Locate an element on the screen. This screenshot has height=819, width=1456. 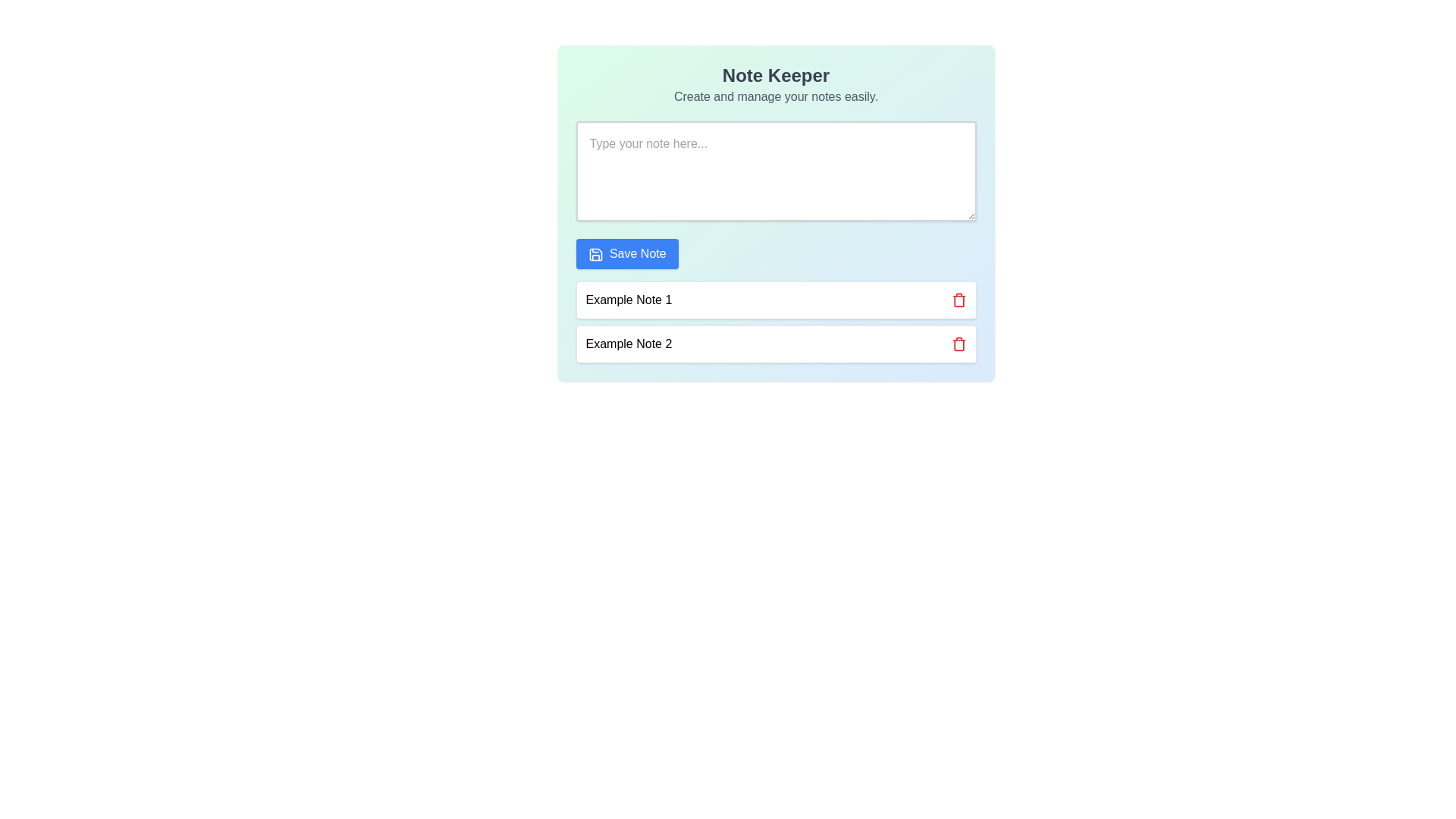
the heading and subheading text component located at the top of the card interface, which communicates the primary function and purpose of the application is located at coordinates (776, 84).